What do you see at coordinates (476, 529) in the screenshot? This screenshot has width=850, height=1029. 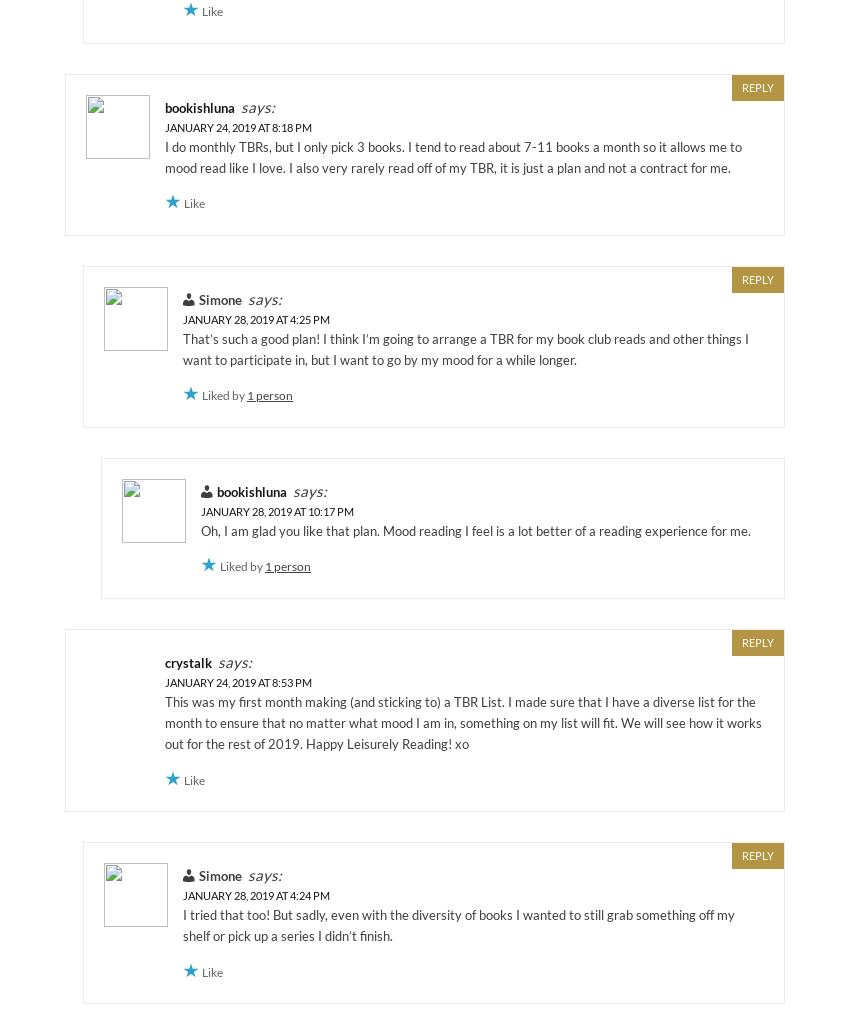 I see `'Oh, I am glad you like that plan. Mood reading I feel is a lot better of a reading experience for me.'` at bounding box center [476, 529].